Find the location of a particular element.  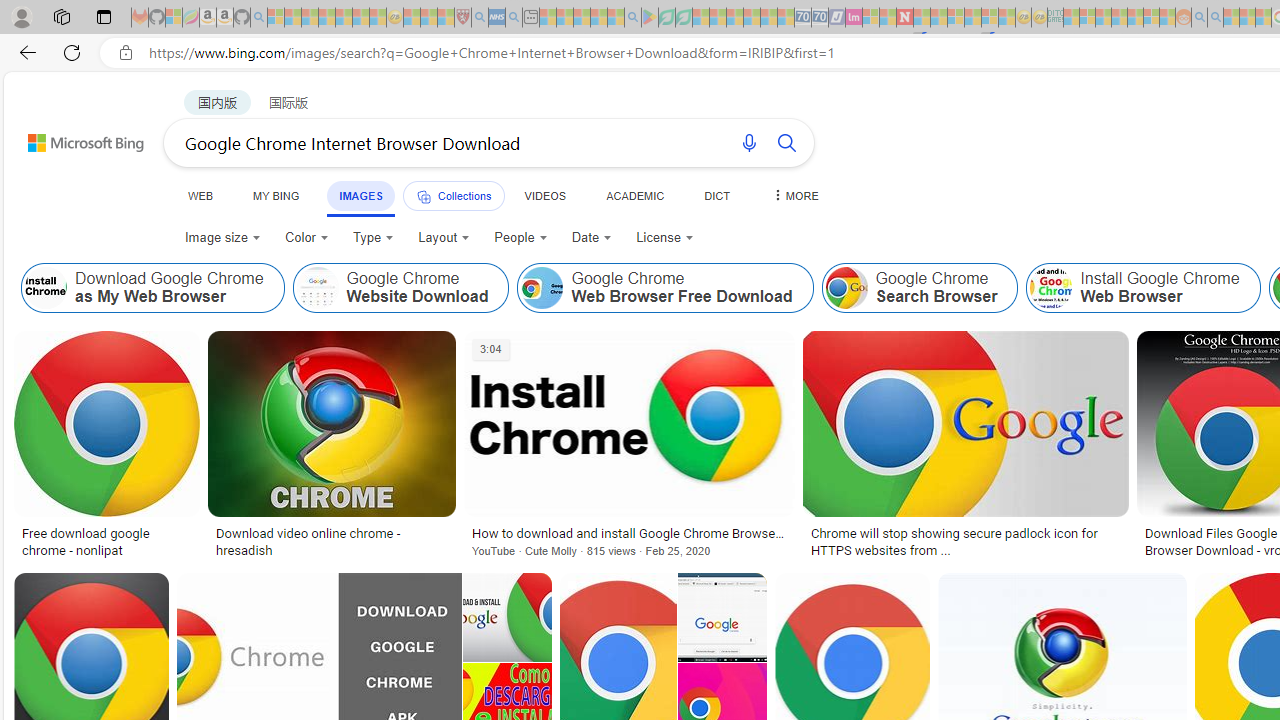

'ACADEMIC' is located at coordinates (634, 195).